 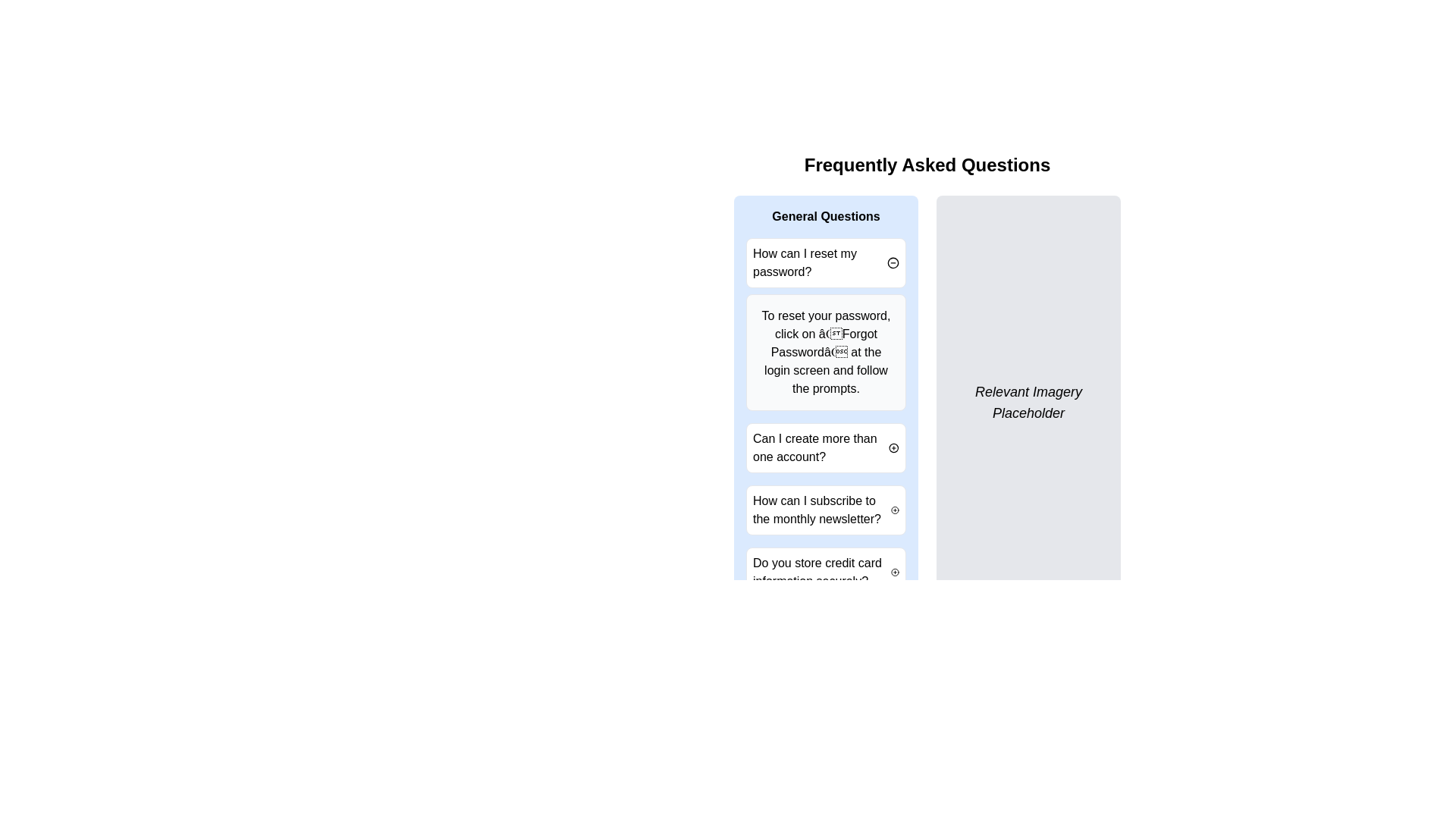 I want to click on the Collapsible question header containing 'How can I reset my password?', so click(x=825, y=262).